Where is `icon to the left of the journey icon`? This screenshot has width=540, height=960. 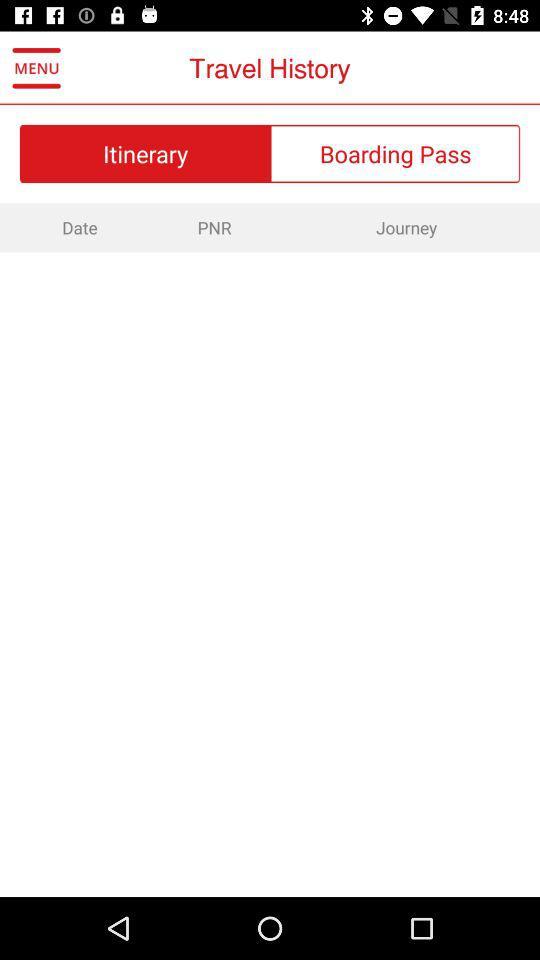 icon to the left of the journey icon is located at coordinates (213, 227).